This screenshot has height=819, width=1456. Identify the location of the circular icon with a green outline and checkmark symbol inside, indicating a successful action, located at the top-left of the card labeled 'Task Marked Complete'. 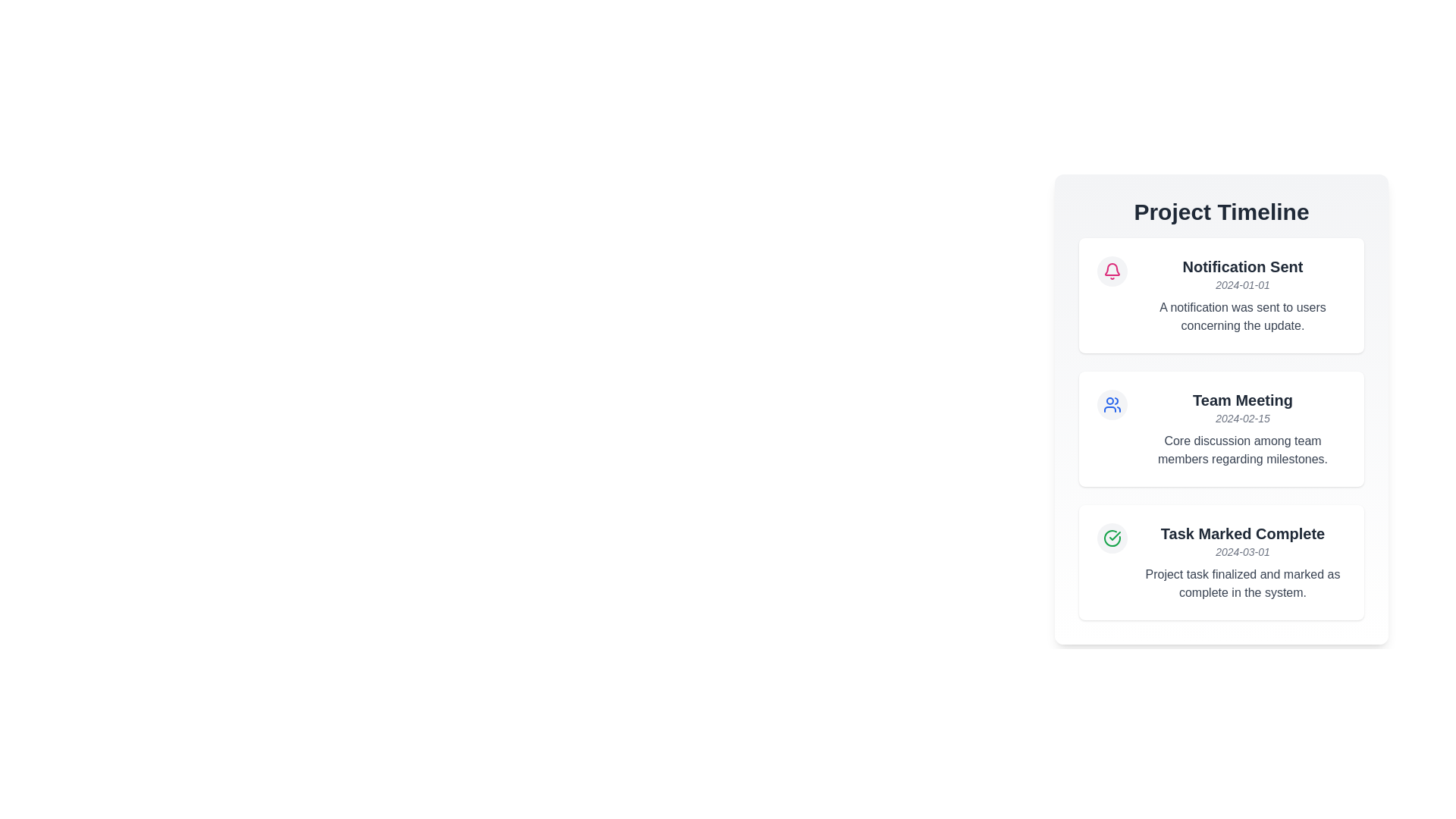
(1112, 537).